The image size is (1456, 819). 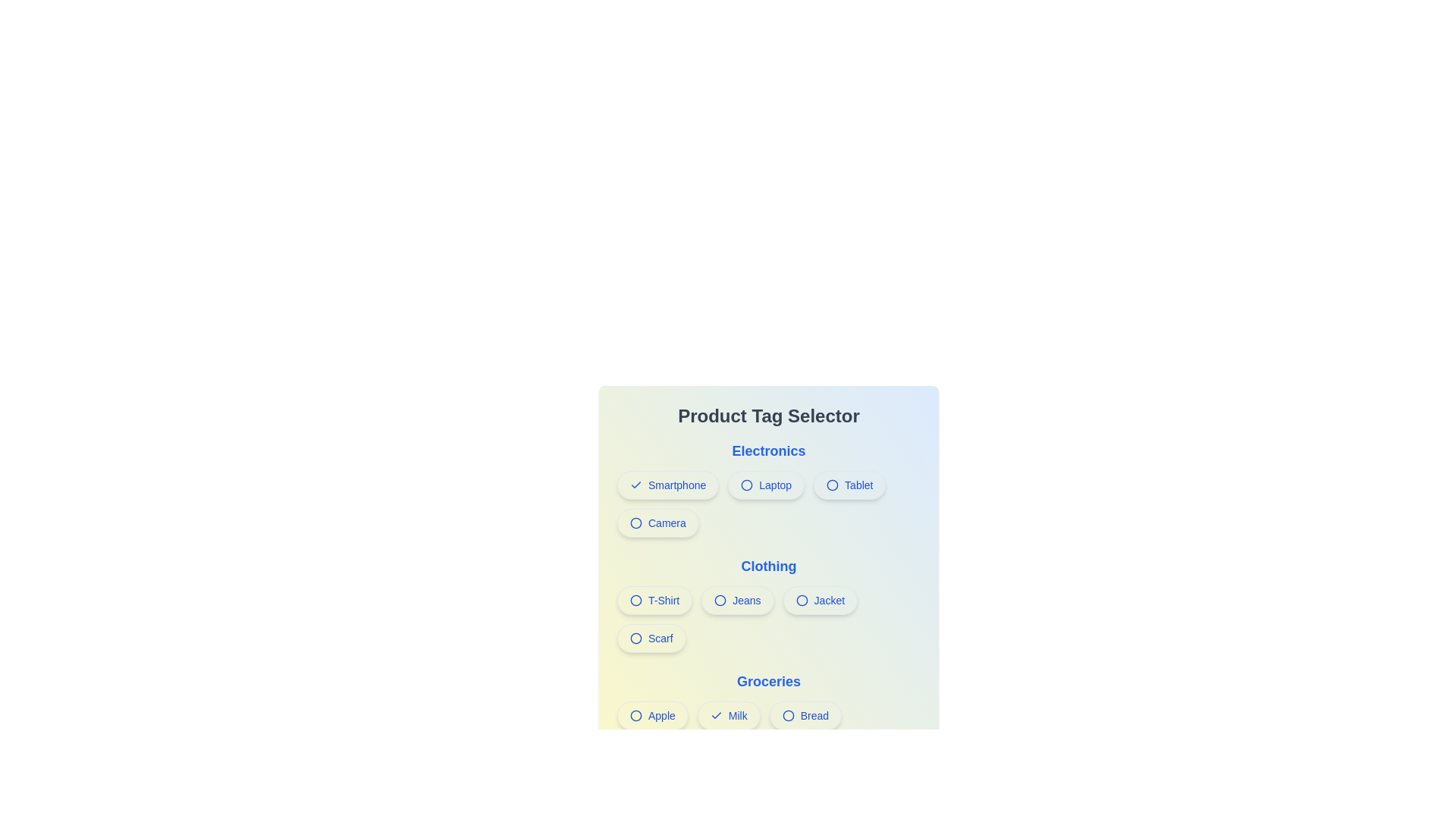 I want to click on the circular outline next to the 'Jacket' text in the 'Clothing' section of the interface, so click(x=801, y=599).